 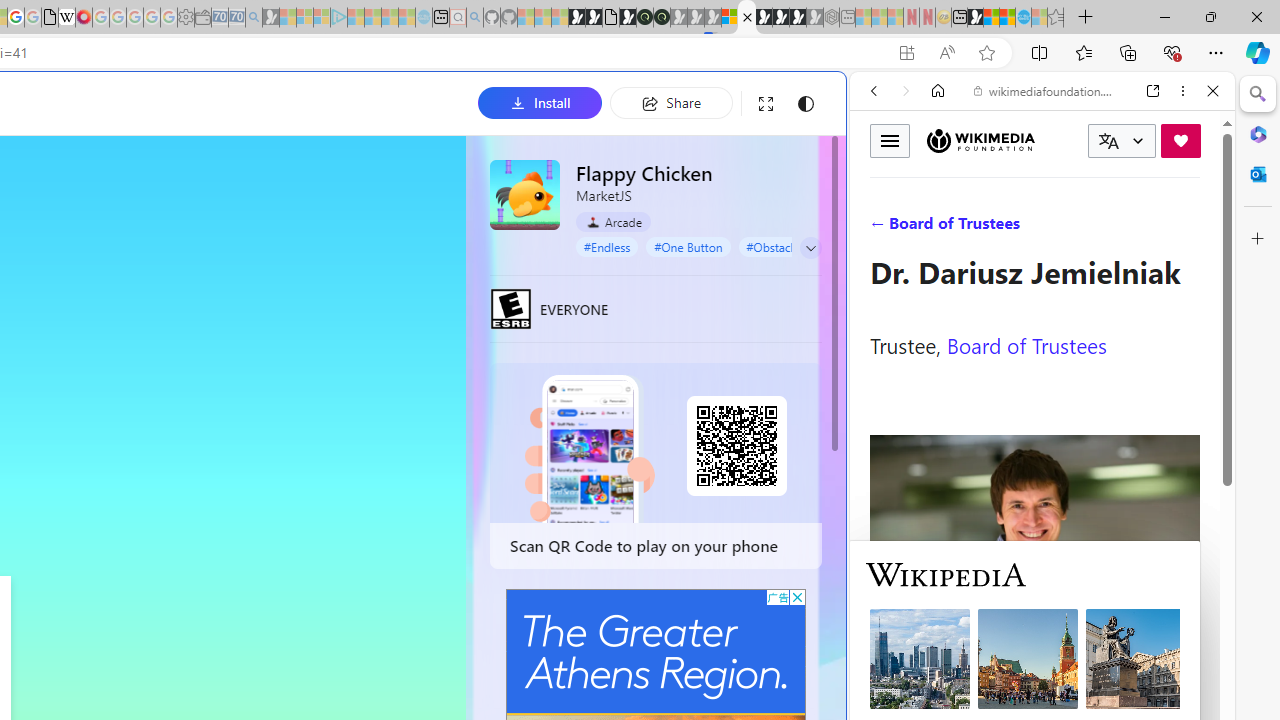 What do you see at coordinates (881, 180) in the screenshot?
I see `'Web scope'` at bounding box center [881, 180].